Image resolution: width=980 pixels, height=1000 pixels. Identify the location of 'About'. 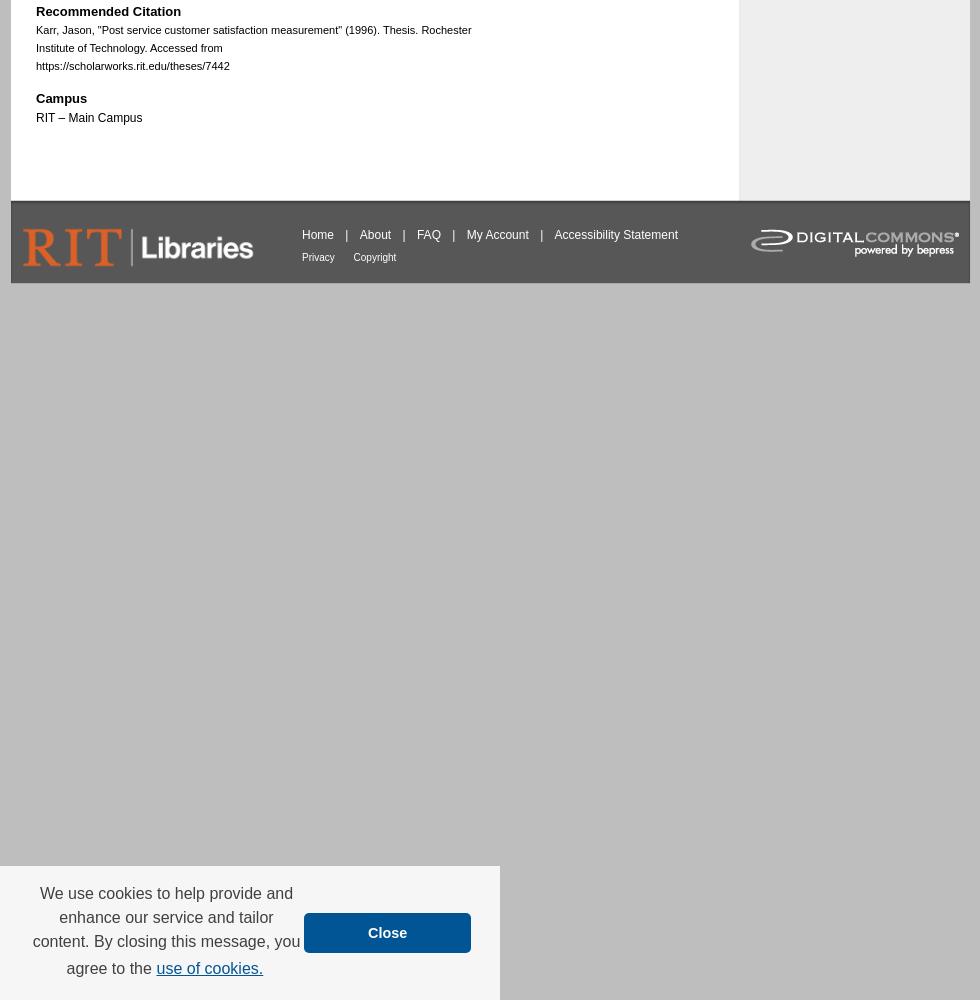
(358, 233).